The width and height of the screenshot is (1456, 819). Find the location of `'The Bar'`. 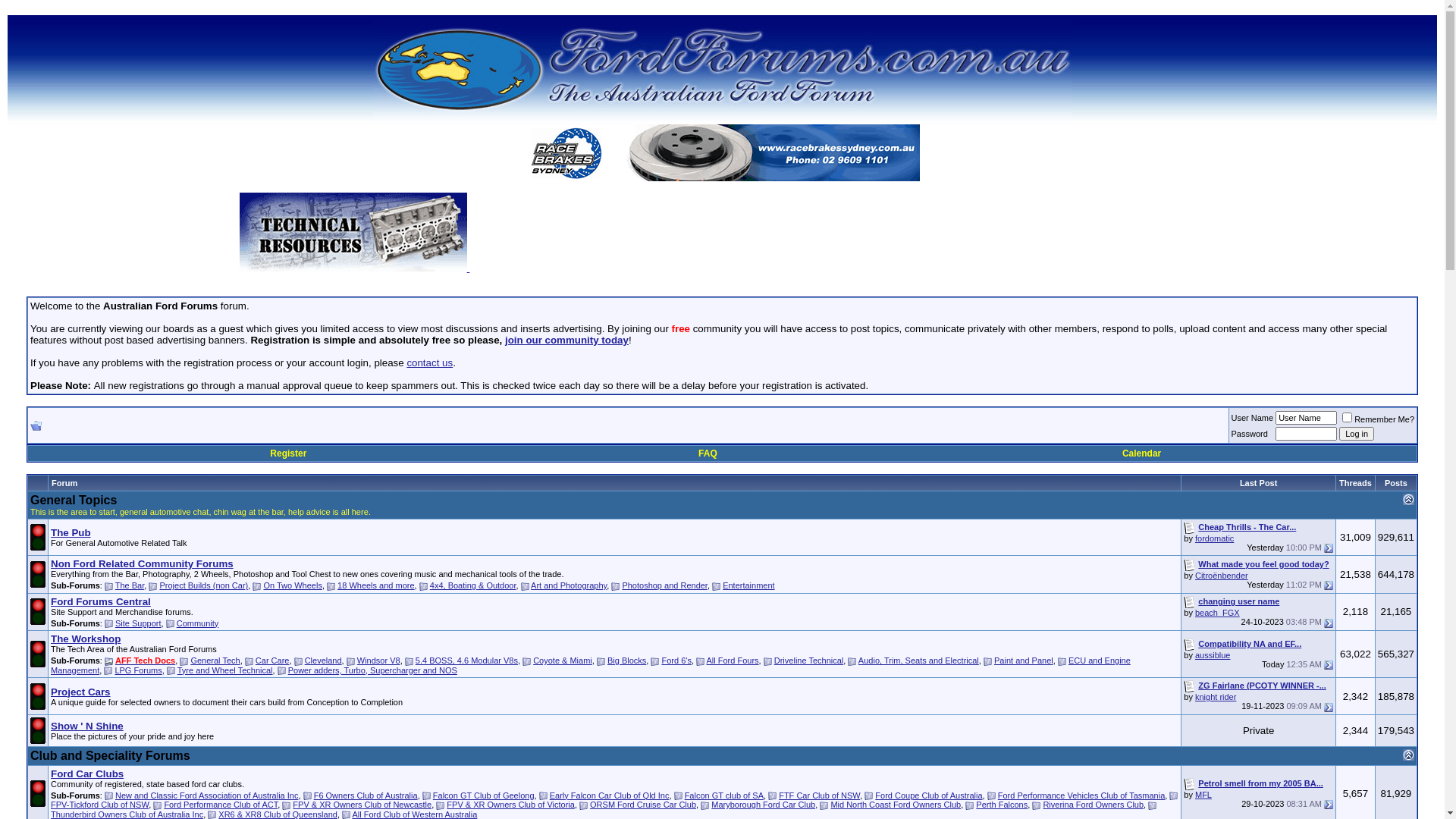

'The Bar' is located at coordinates (115, 584).